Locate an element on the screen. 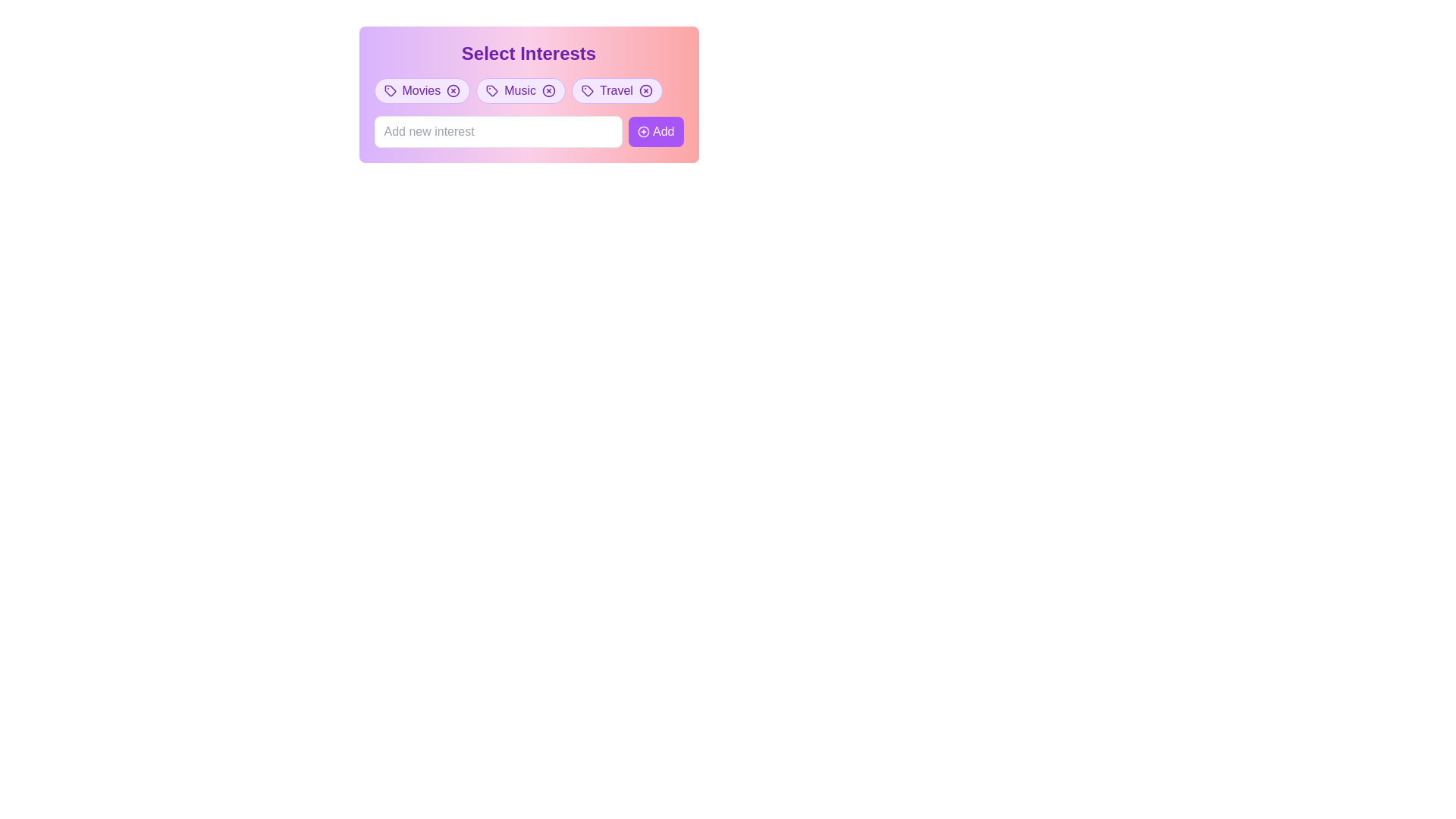  the close button on the third pill-shaped tag labeled 'Travel' is located at coordinates (617, 90).